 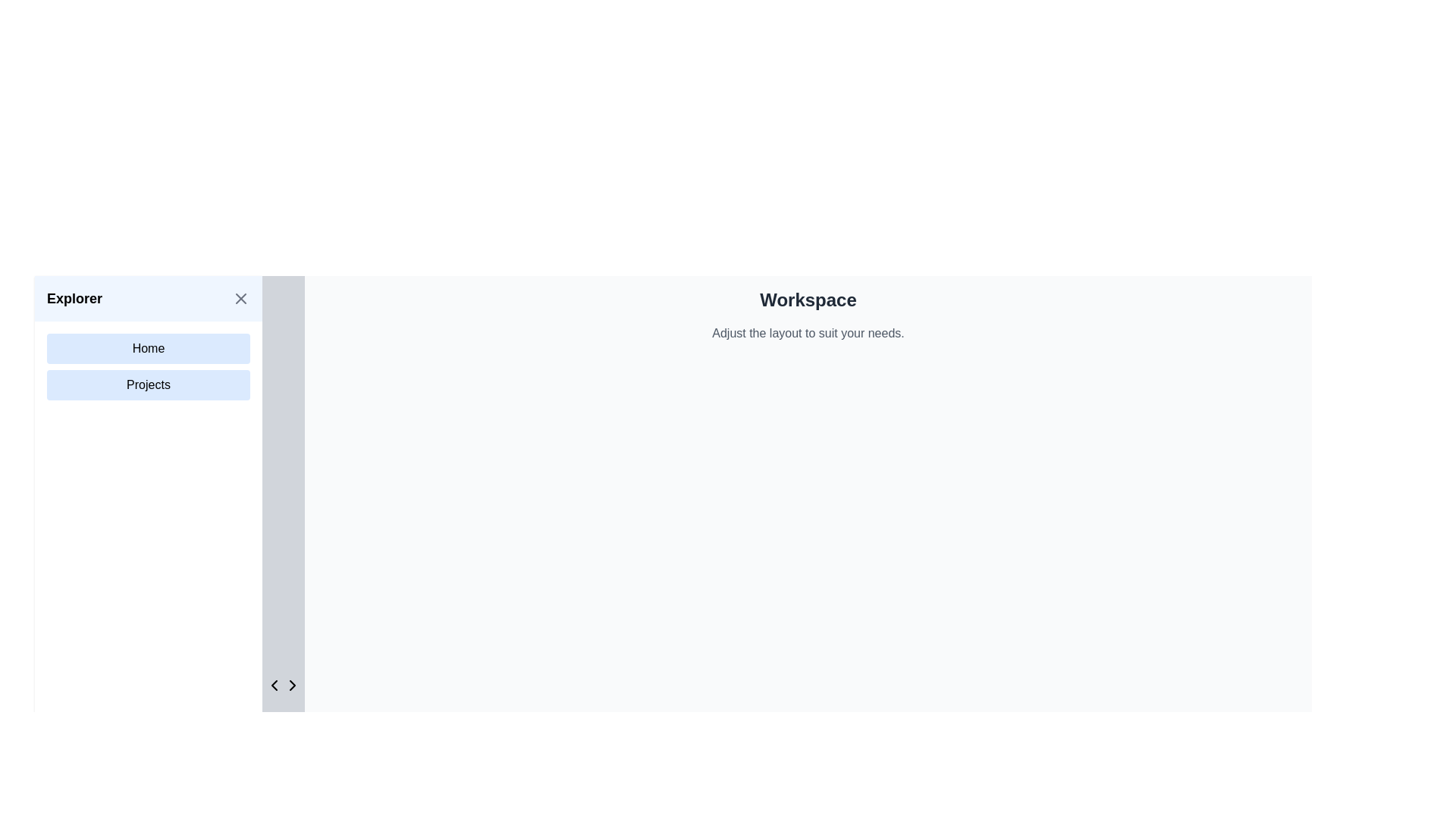 What do you see at coordinates (274, 685) in the screenshot?
I see `the left arrow icon button located in the bottom left corner of the interface` at bounding box center [274, 685].